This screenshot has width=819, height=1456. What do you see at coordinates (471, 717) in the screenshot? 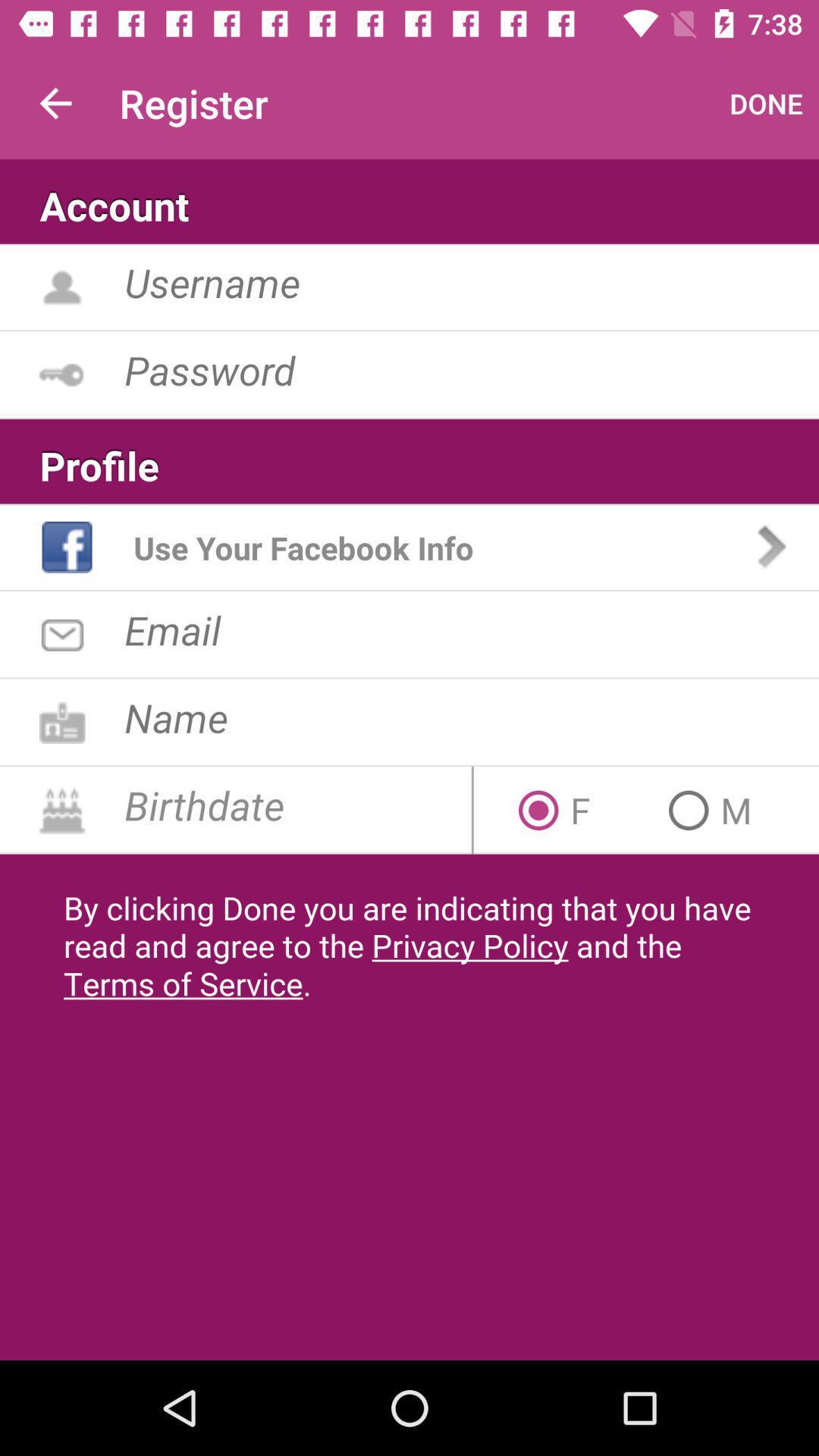
I see `text` at bounding box center [471, 717].